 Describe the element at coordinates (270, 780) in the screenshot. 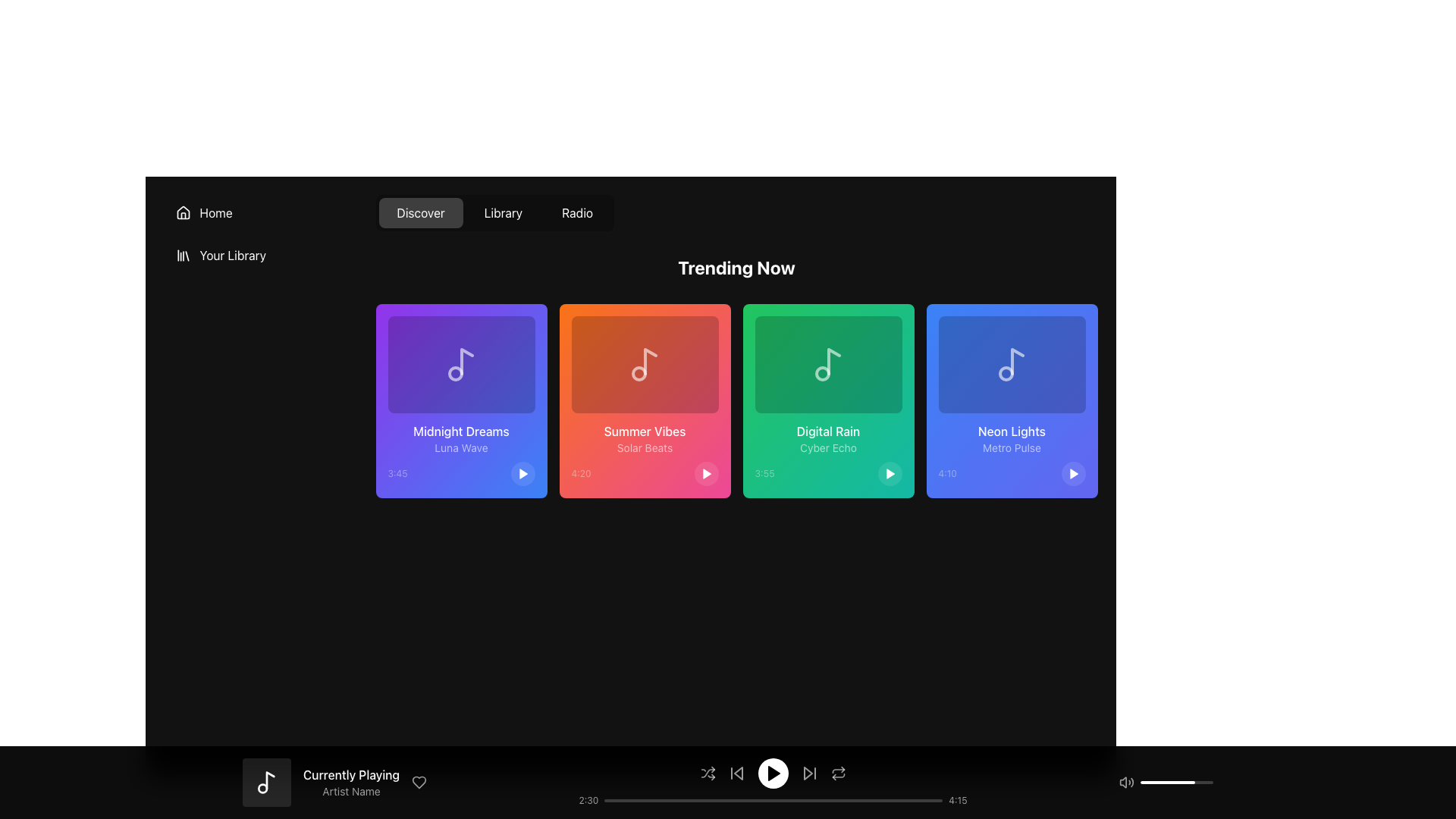

I see `the state change of the abstract musical note icon, which is white and located to the left of the 'Currently Playing' label, slightly above the bottom bar of the interface` at that location.